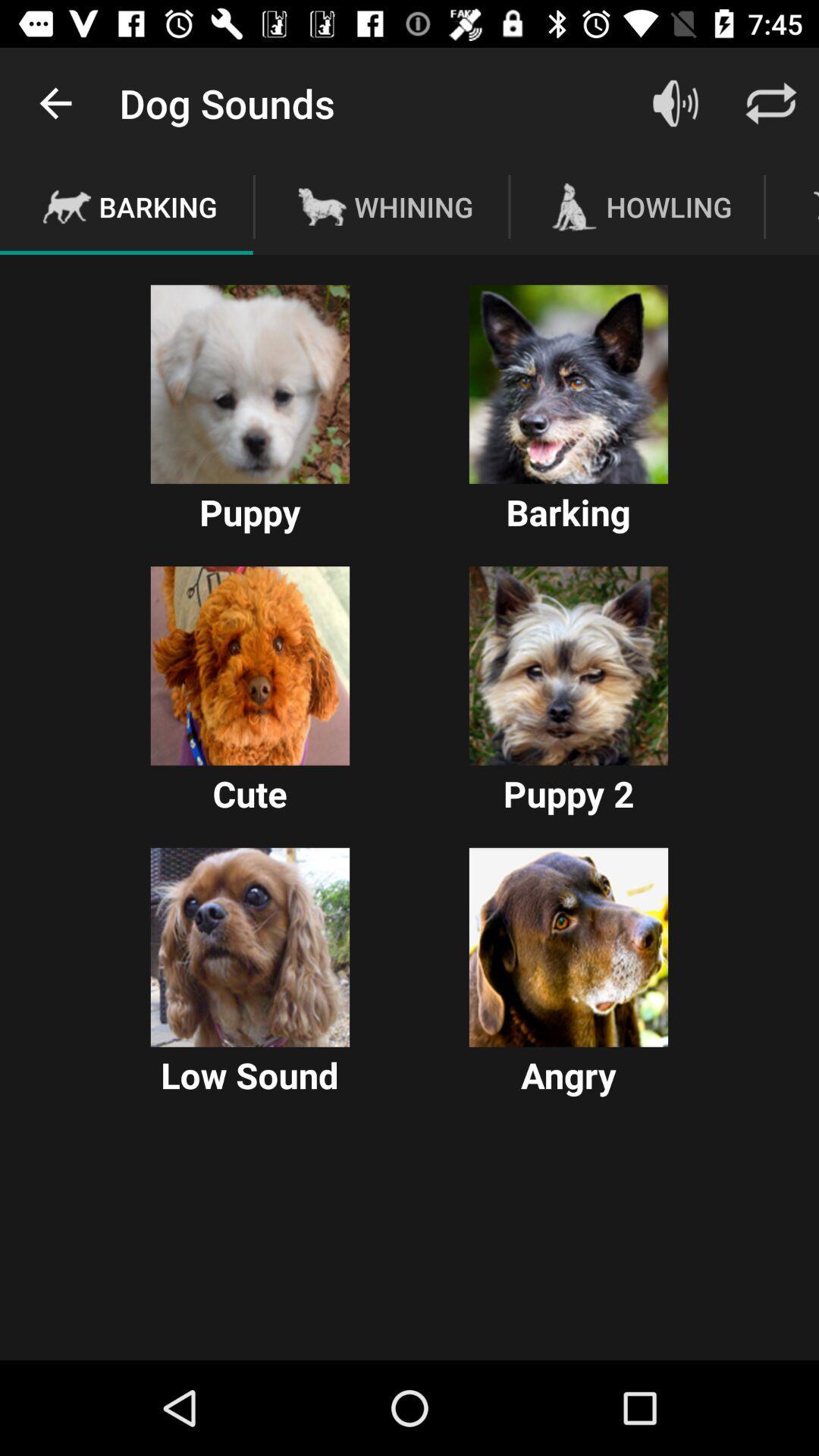  I want to click on lowers the sound of the bark, so click(249, 946).